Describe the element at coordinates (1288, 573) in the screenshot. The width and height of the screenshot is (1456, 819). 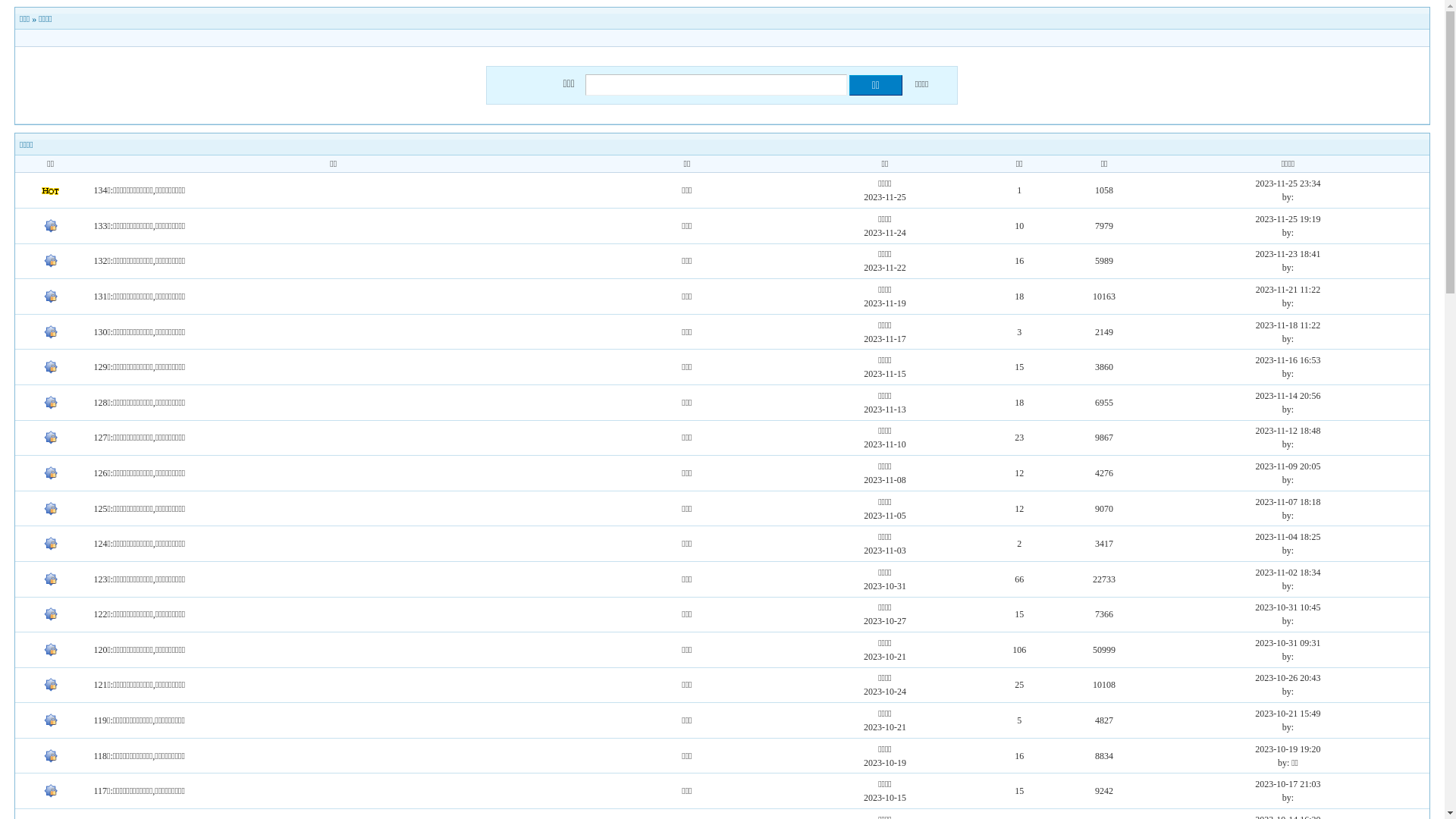
I see `'2023-11-02 18:34'` at that location.